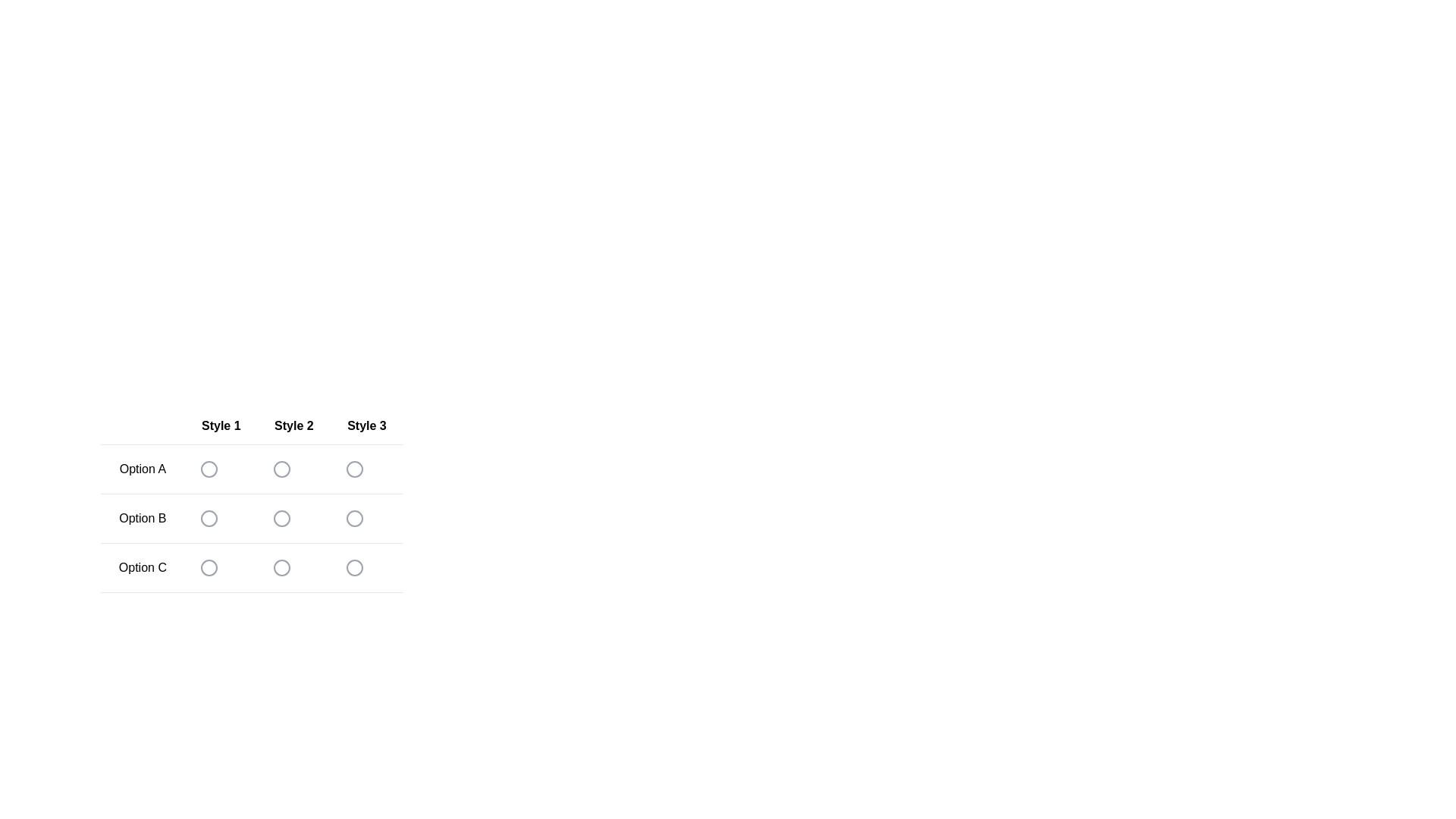 The image size is (1456, 819). I want to click on the radio button circle located in the 'Style 3' column and 'Option B' row, which is visually styled but not interactive, so click(353, 517).